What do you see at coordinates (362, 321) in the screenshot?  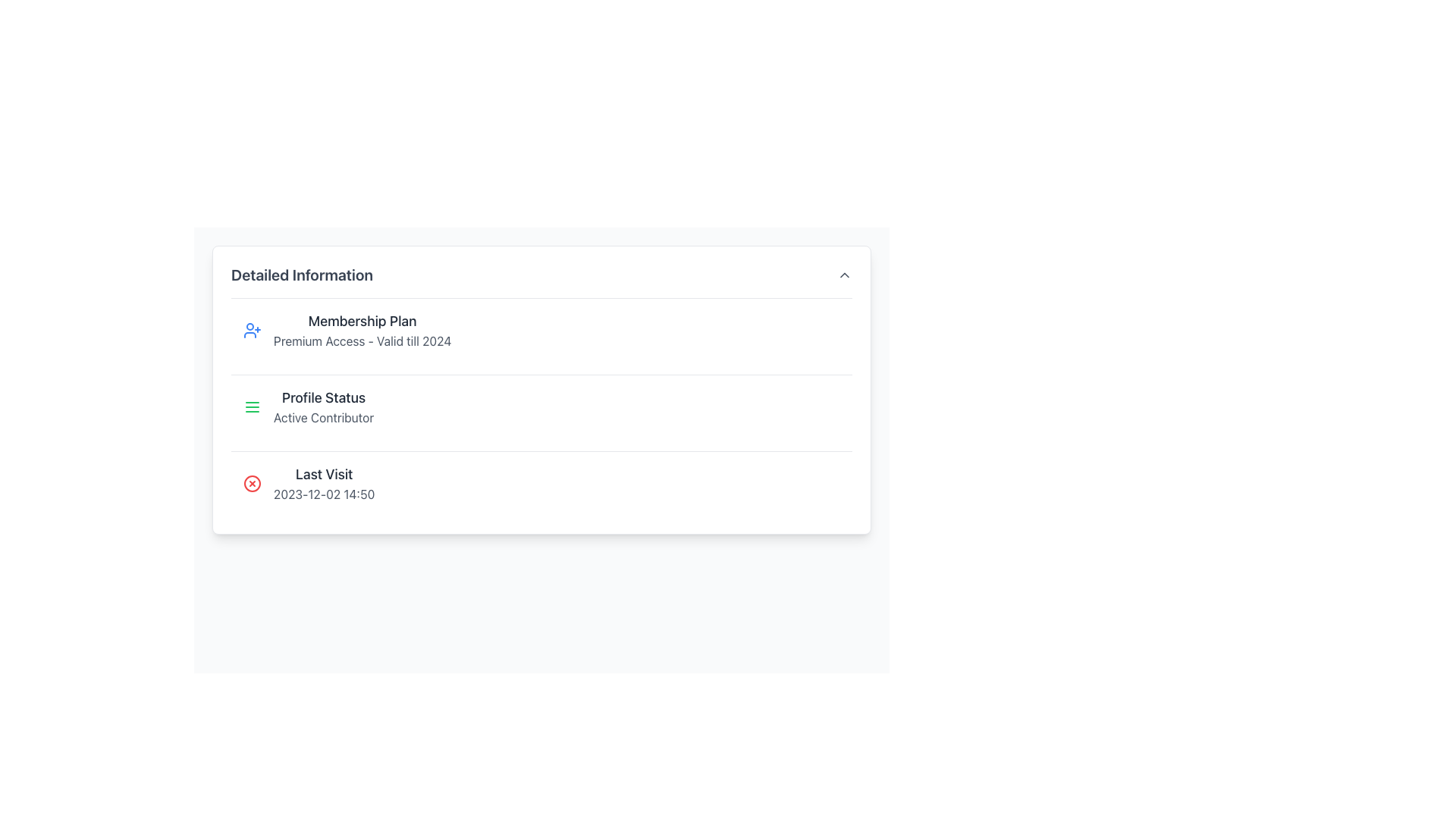 I see `text label displaying 'Membership Plan', which is prominently styled in bold and large font within the 'Detailed Information' subsection, positioned above 'Premium Access - Valid till 2024'` at bounding box center [362, 321].